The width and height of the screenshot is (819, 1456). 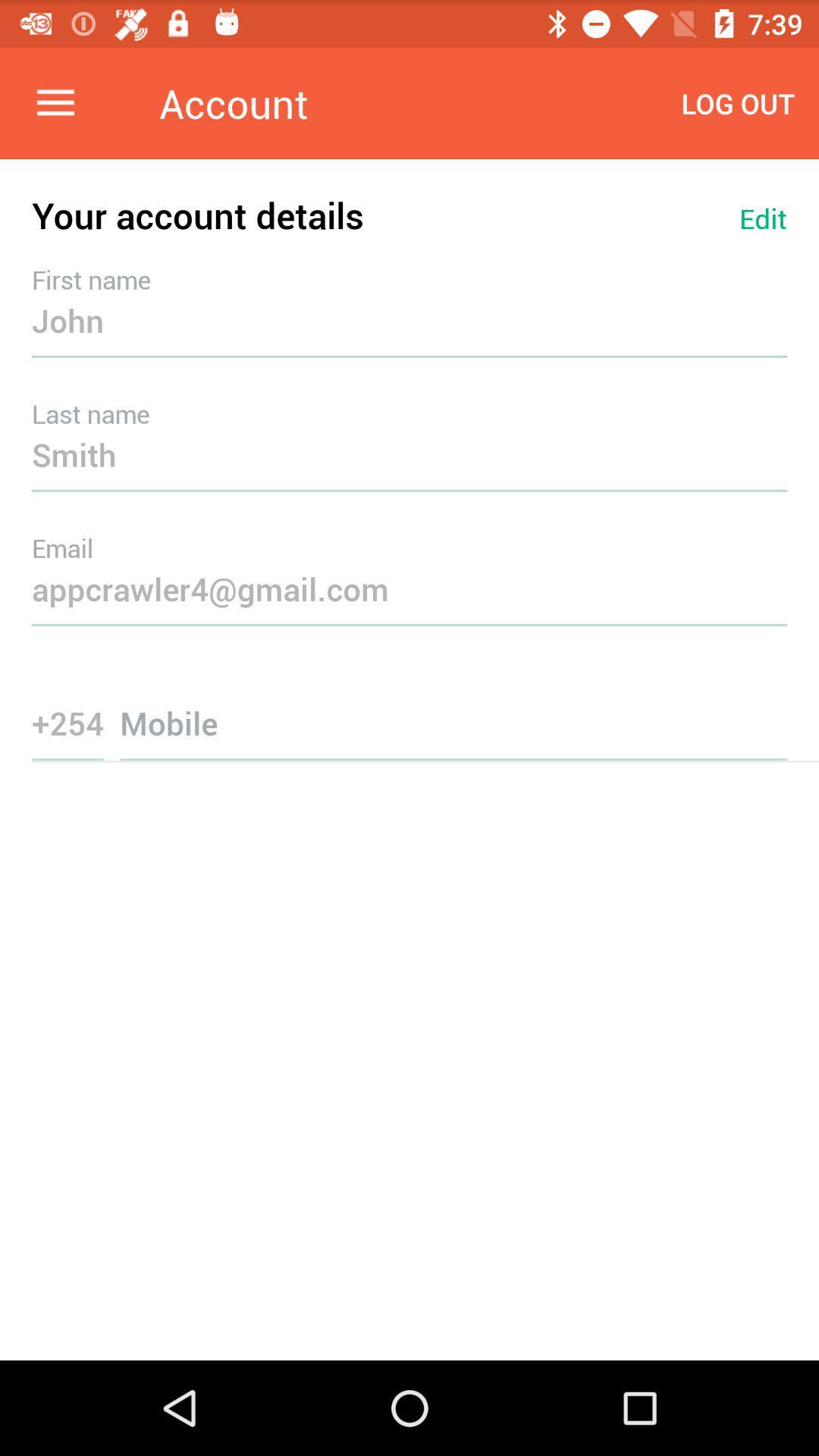 I want to click on the item next to the account item, so click(x=55, y=102).